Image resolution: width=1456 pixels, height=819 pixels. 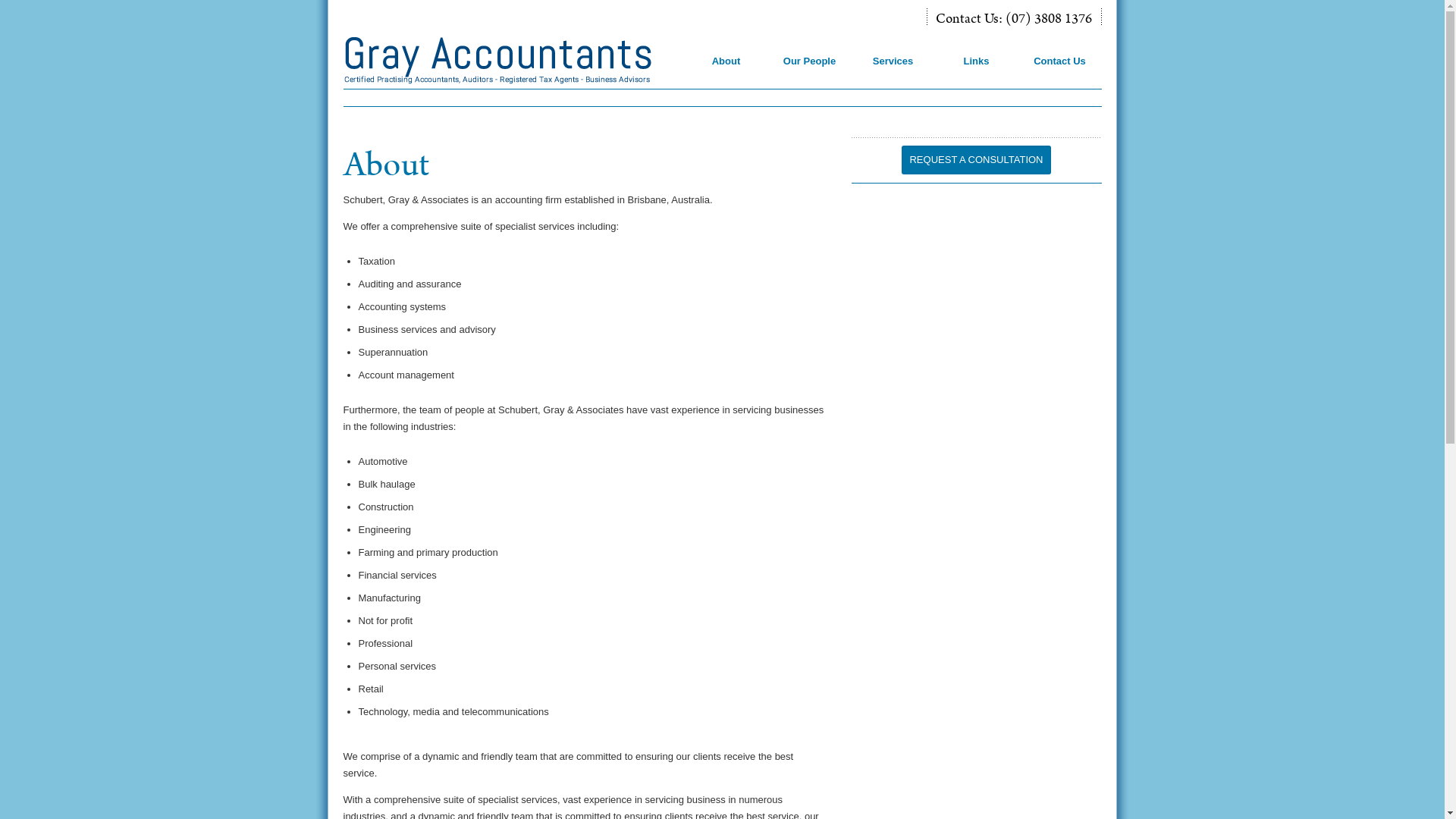 I want to click on 'About', so click(x=726, y=72).